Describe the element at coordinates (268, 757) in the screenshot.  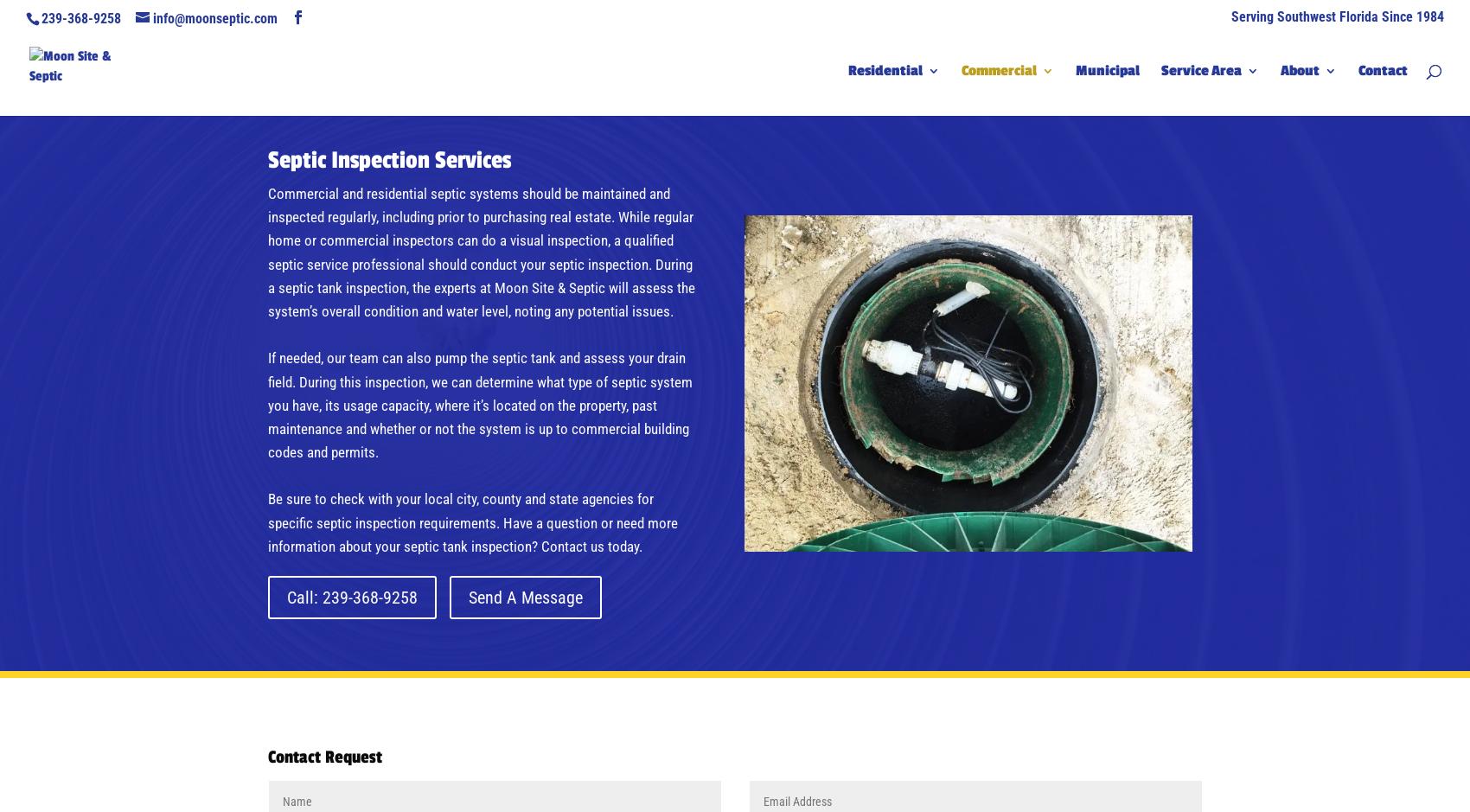
I see `'Contact Request'` at that location.